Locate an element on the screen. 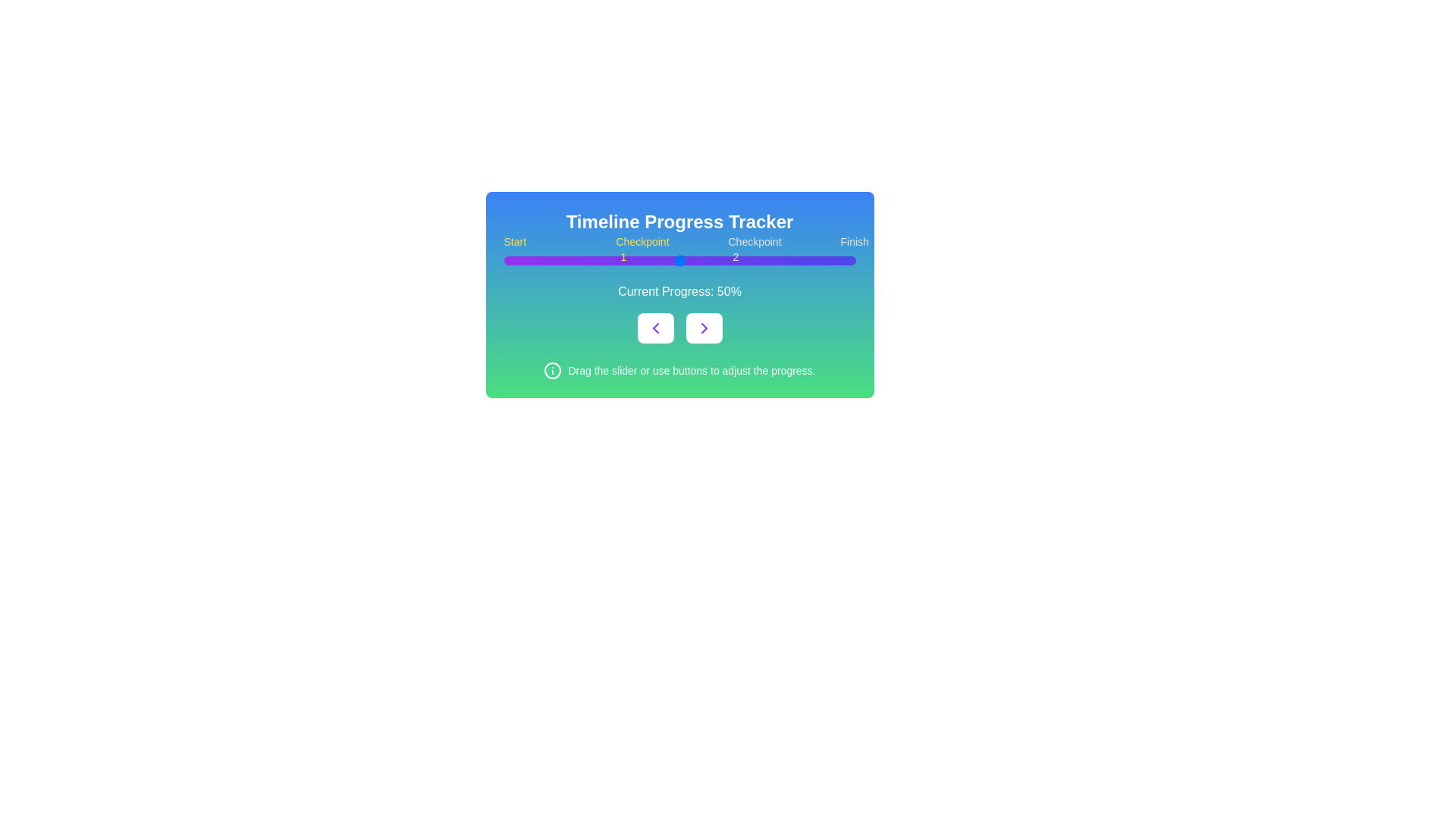 The image size is (1456, 819). milestones and progress indicators from the progress bar located in the 'Timeline Progress Tracker' modal, which is centrally positioned above the 'Current Progress: 50%' text is located at coordinates (679, 248).